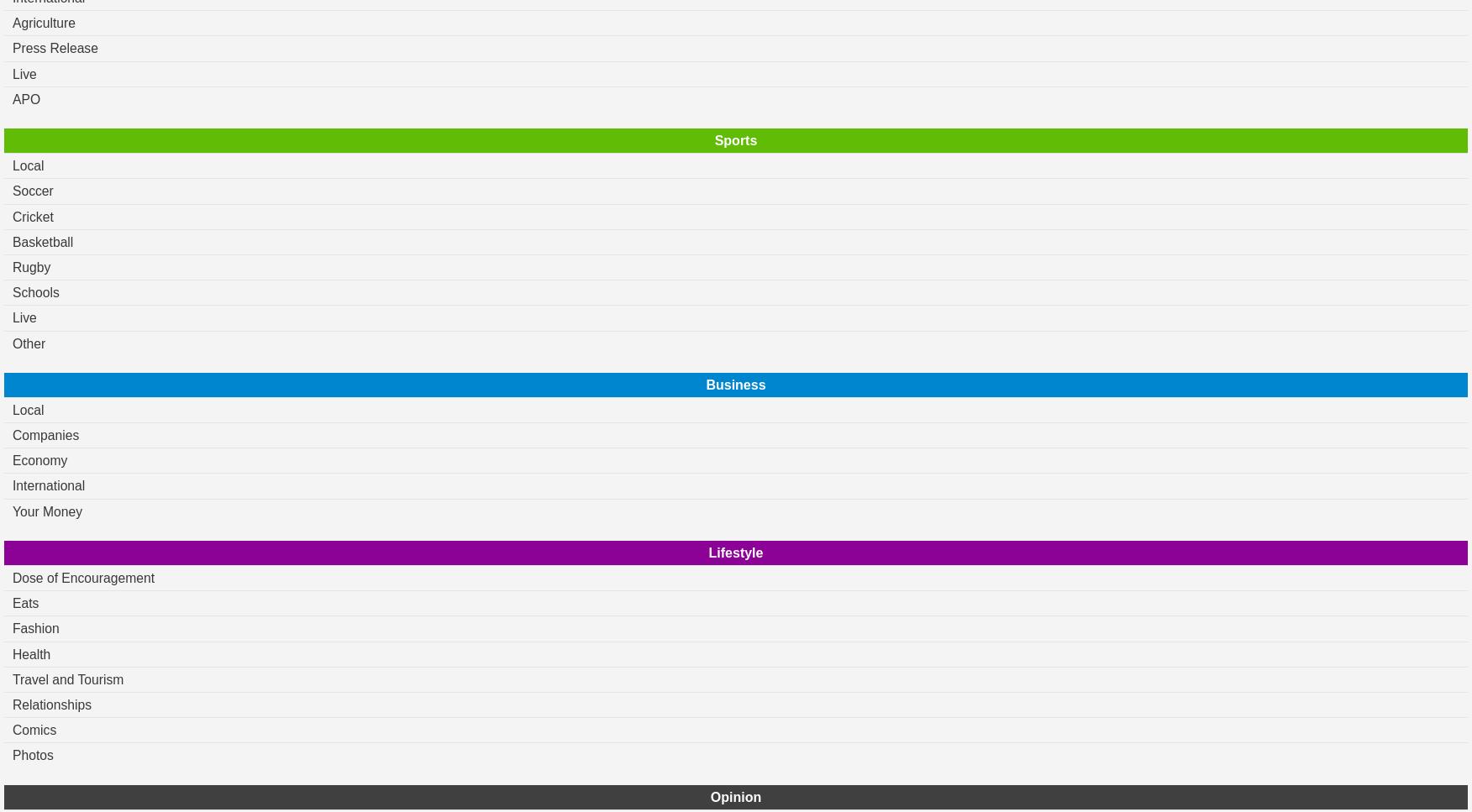 The image size is (1472, 812). I want to click on 'Your Money', so click(47, 511).